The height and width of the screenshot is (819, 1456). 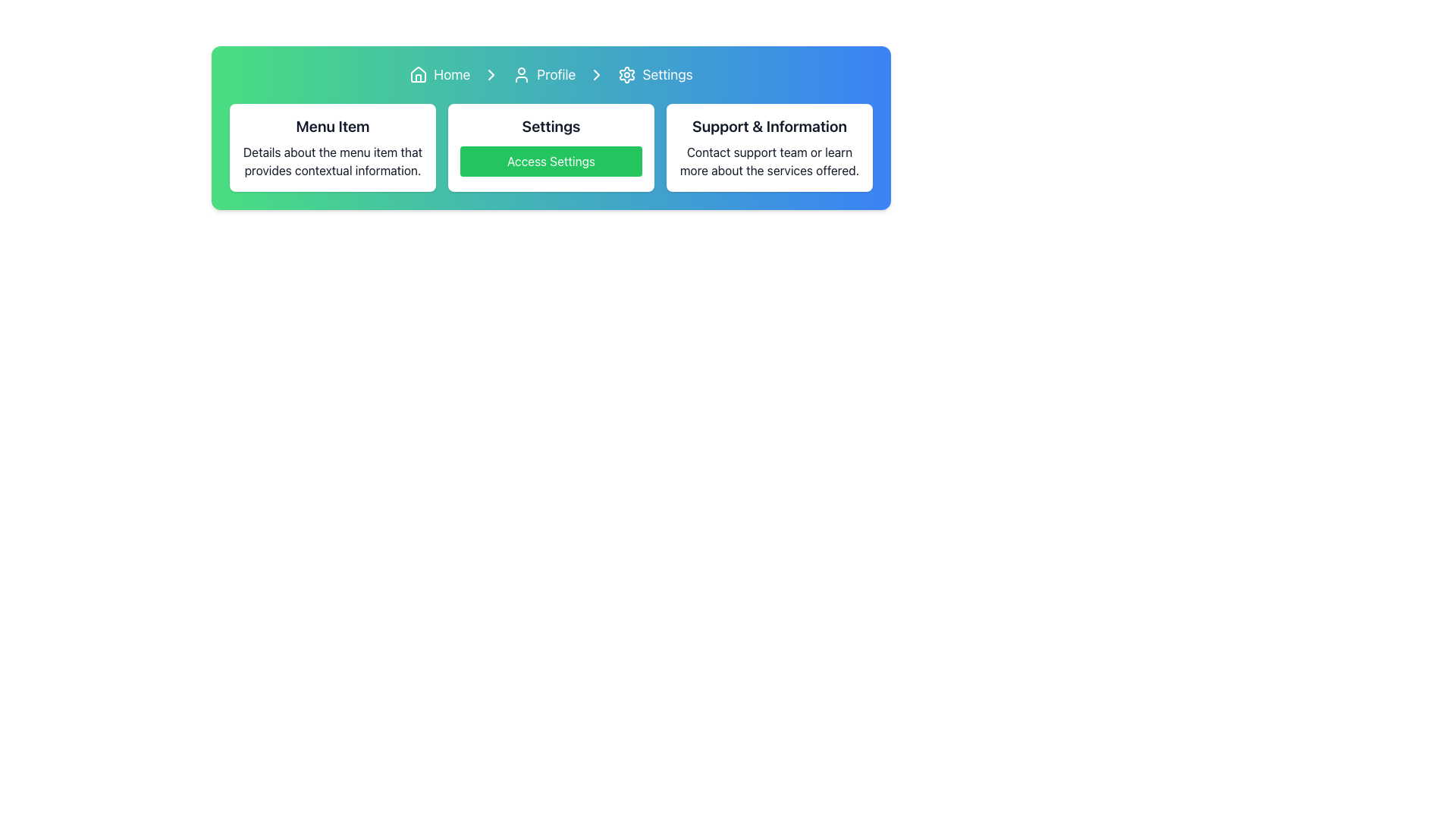 What do you see at coordinates (419, 75) in the screenshot?
I see `the decorative 'home' icon located at the start of the breadcrumb navigation bar, preceding the text 'Home'` at bounding box center [419, 75].